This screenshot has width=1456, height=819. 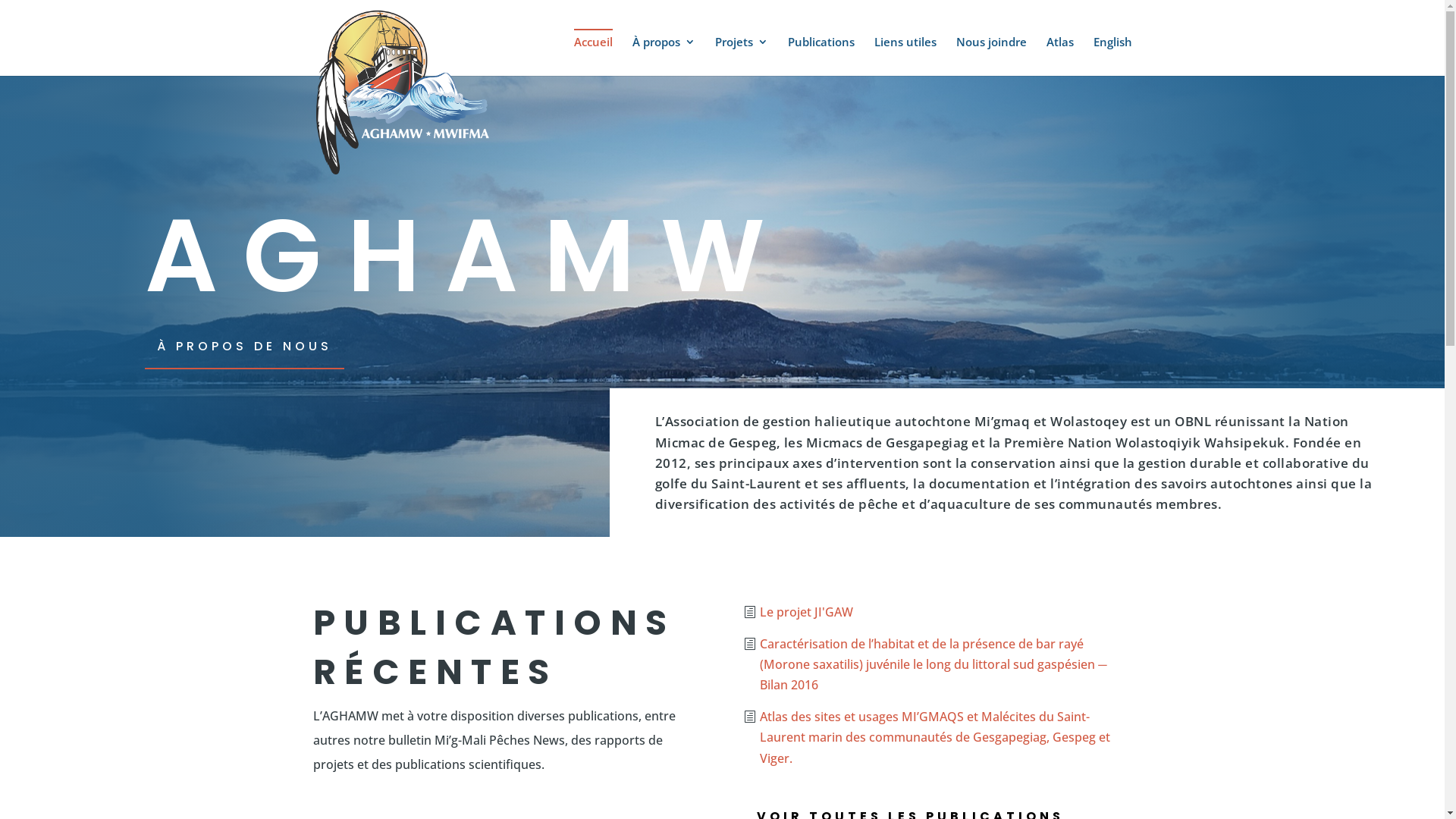 What do you see at coordinates (741, 55) in the screenshot?
I see `'Projets'` at bounding box center [741, 55].